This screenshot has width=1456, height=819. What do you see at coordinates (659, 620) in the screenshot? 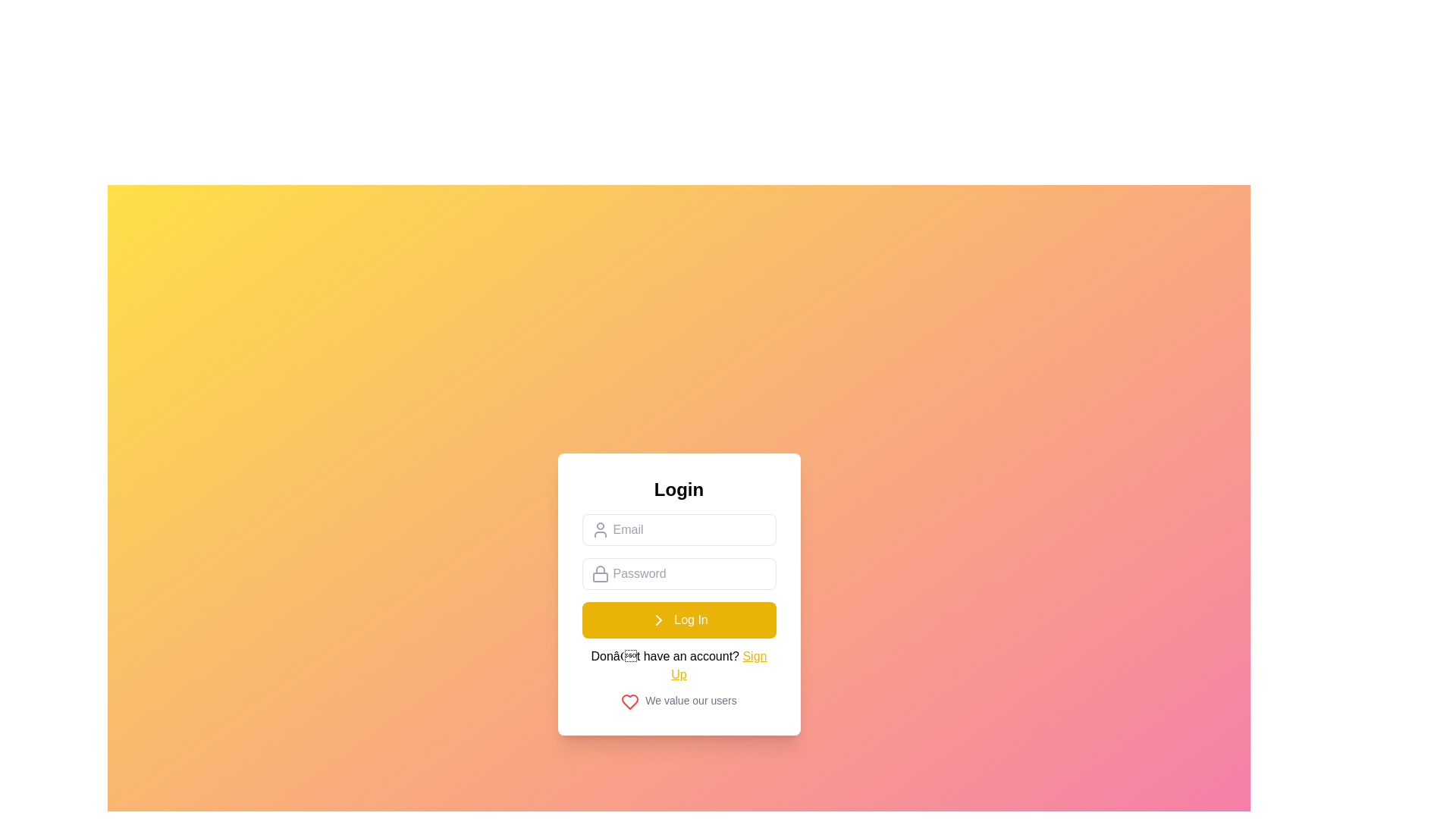
I see `the chevron icon located in the central login form, which serves as a navigational indicator below the email and password fields` at bounding box center [659, 620].